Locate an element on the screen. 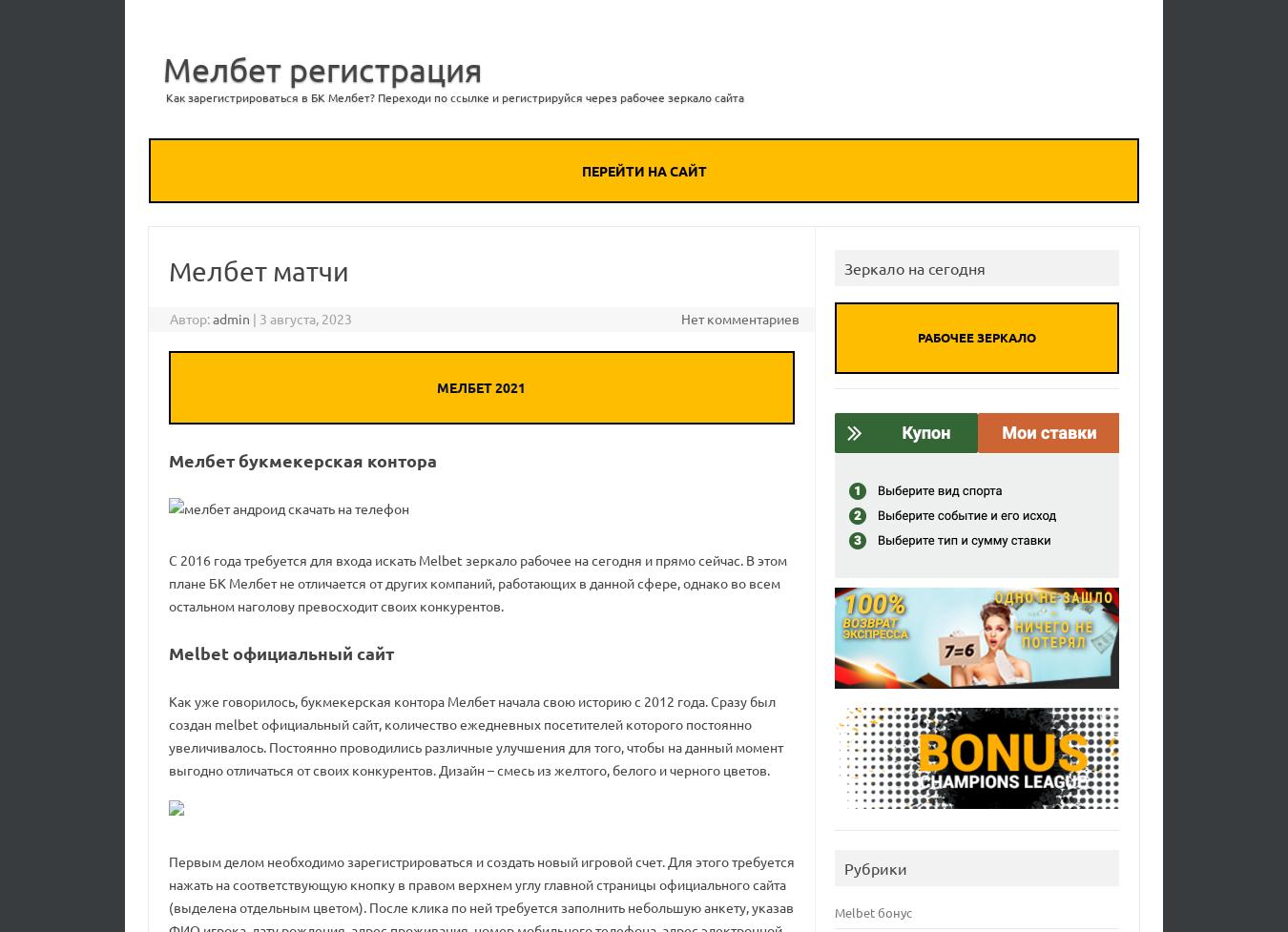 The width and height of the screenshot is (1288, 932). 'Как зарегистрироваться в БК Мелбет? Переходи по ссылке и регистрируйся через рабочее зеркало сайта' is located at coordinates (166, 96).